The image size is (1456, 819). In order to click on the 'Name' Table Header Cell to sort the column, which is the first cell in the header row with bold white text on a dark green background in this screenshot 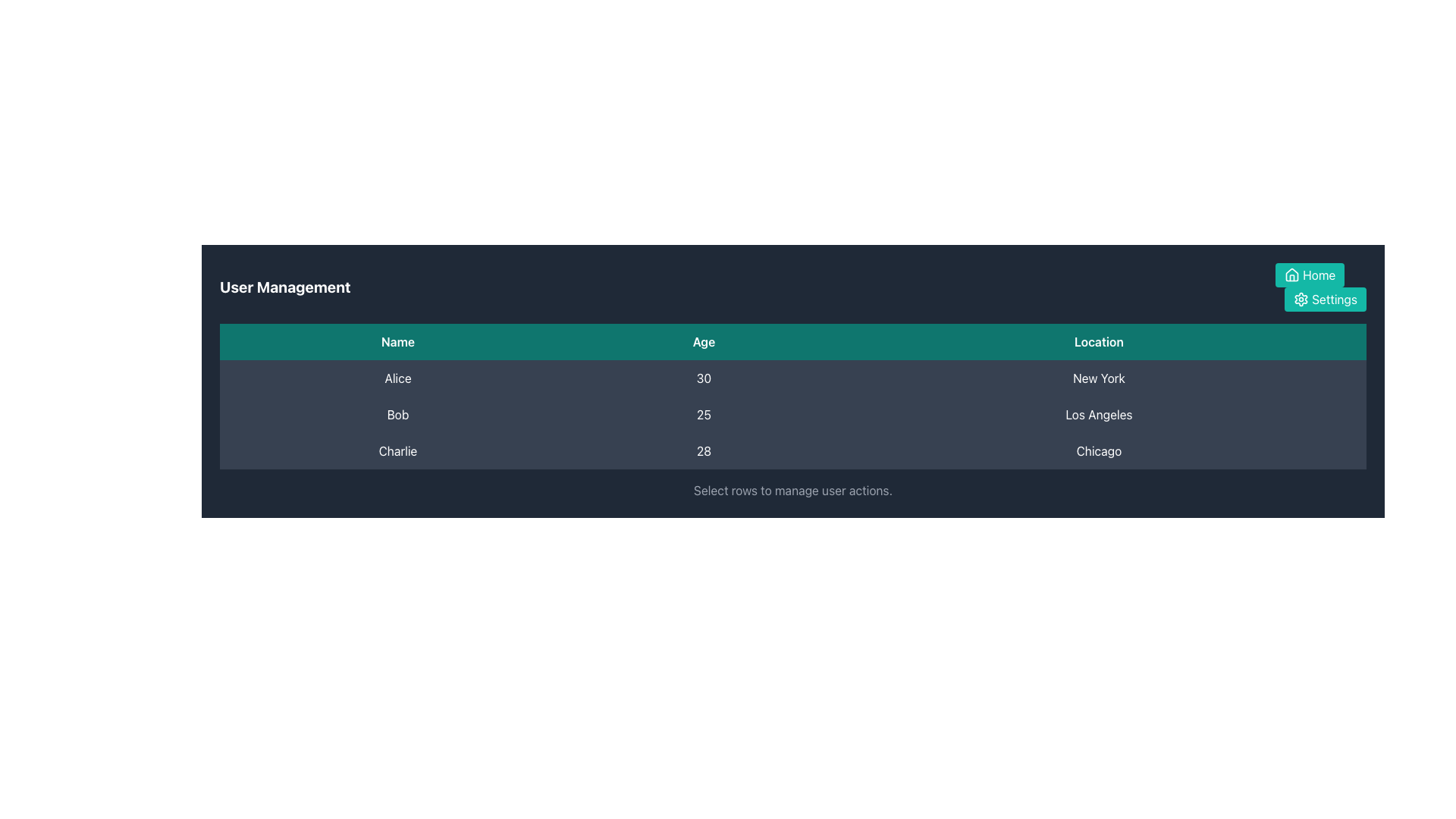, I will do `click(397, 342)`.